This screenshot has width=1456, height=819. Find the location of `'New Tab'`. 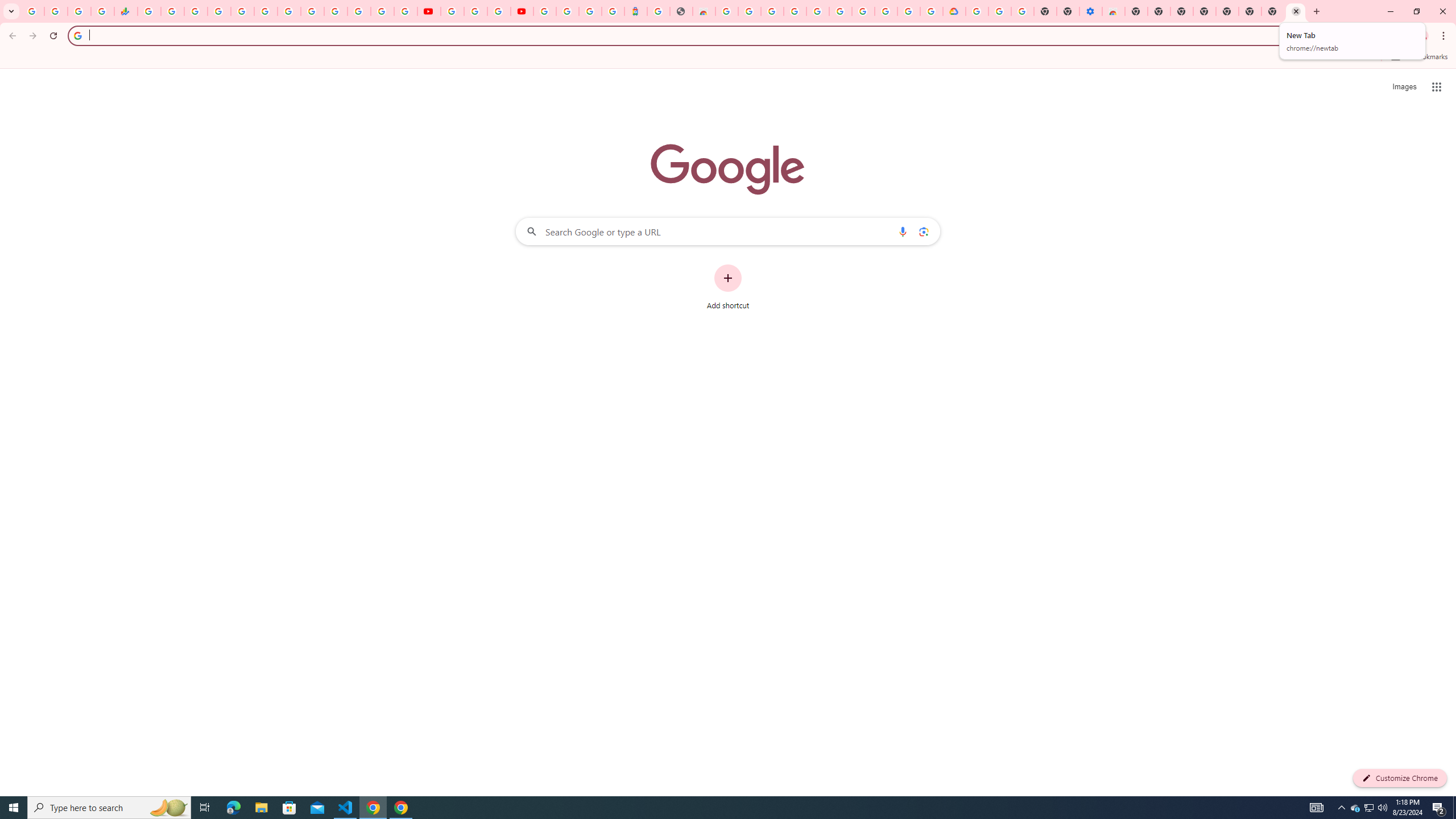

'New Tab' is located at coordinates (1296, 11).